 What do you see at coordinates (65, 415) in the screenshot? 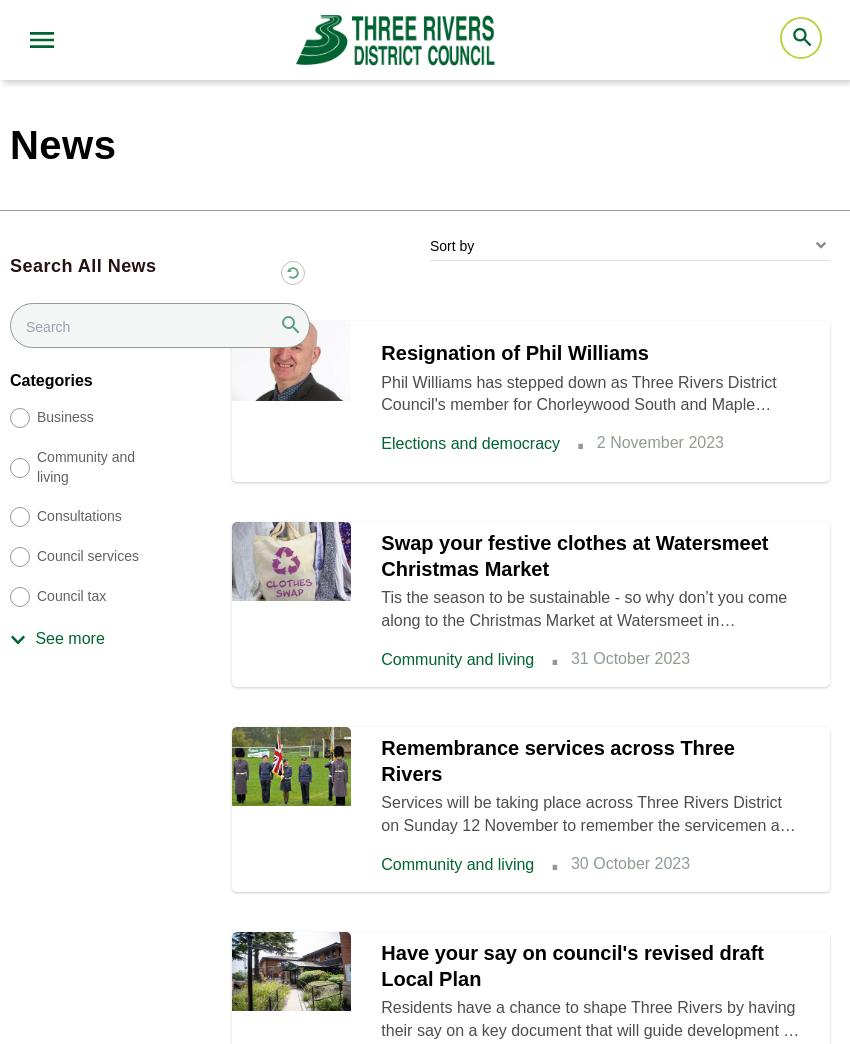
I see `'Business'` at bounding box center [65, 415].